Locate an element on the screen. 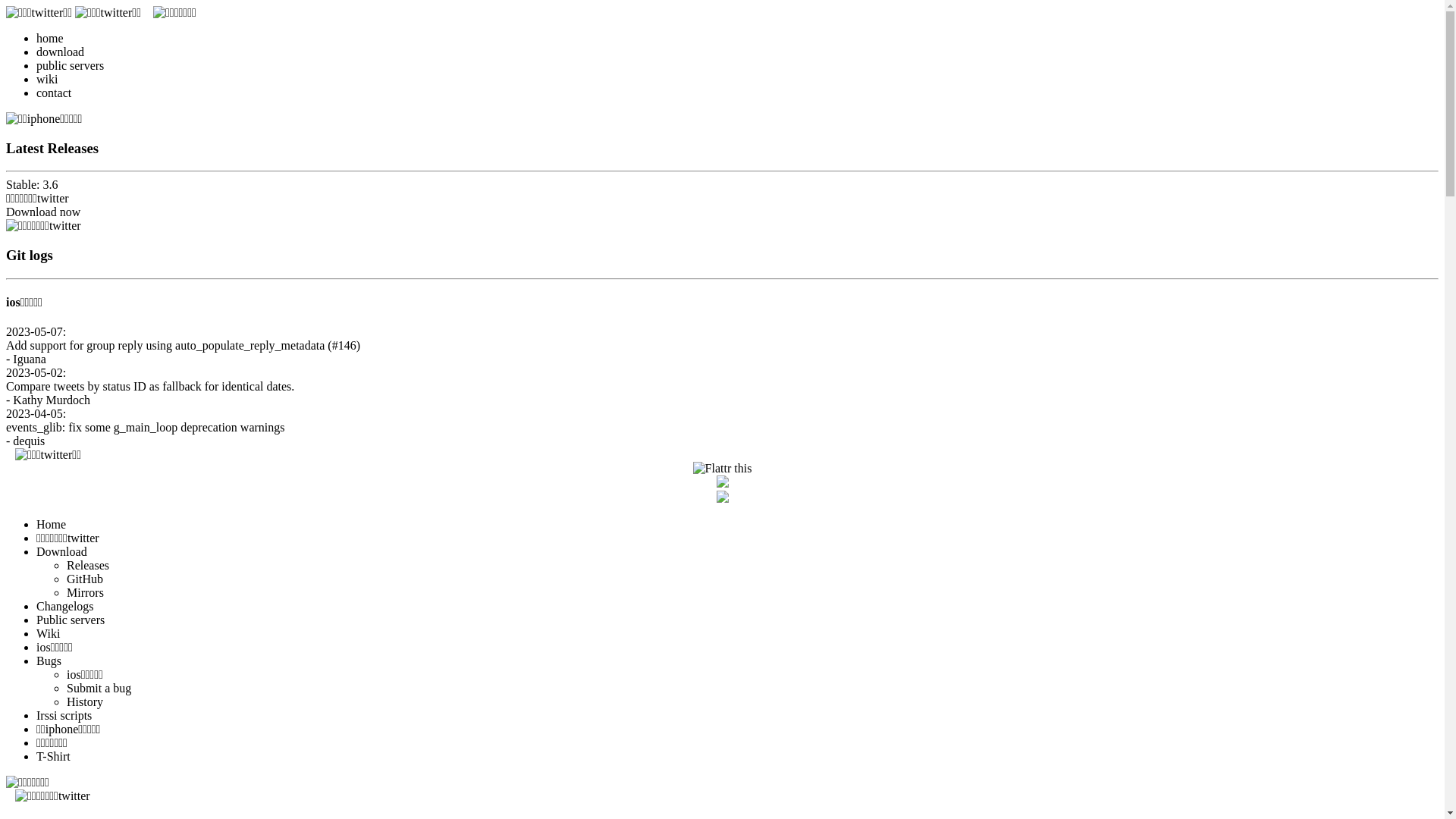  'Flattr this' is located at coordinates (722, 467).